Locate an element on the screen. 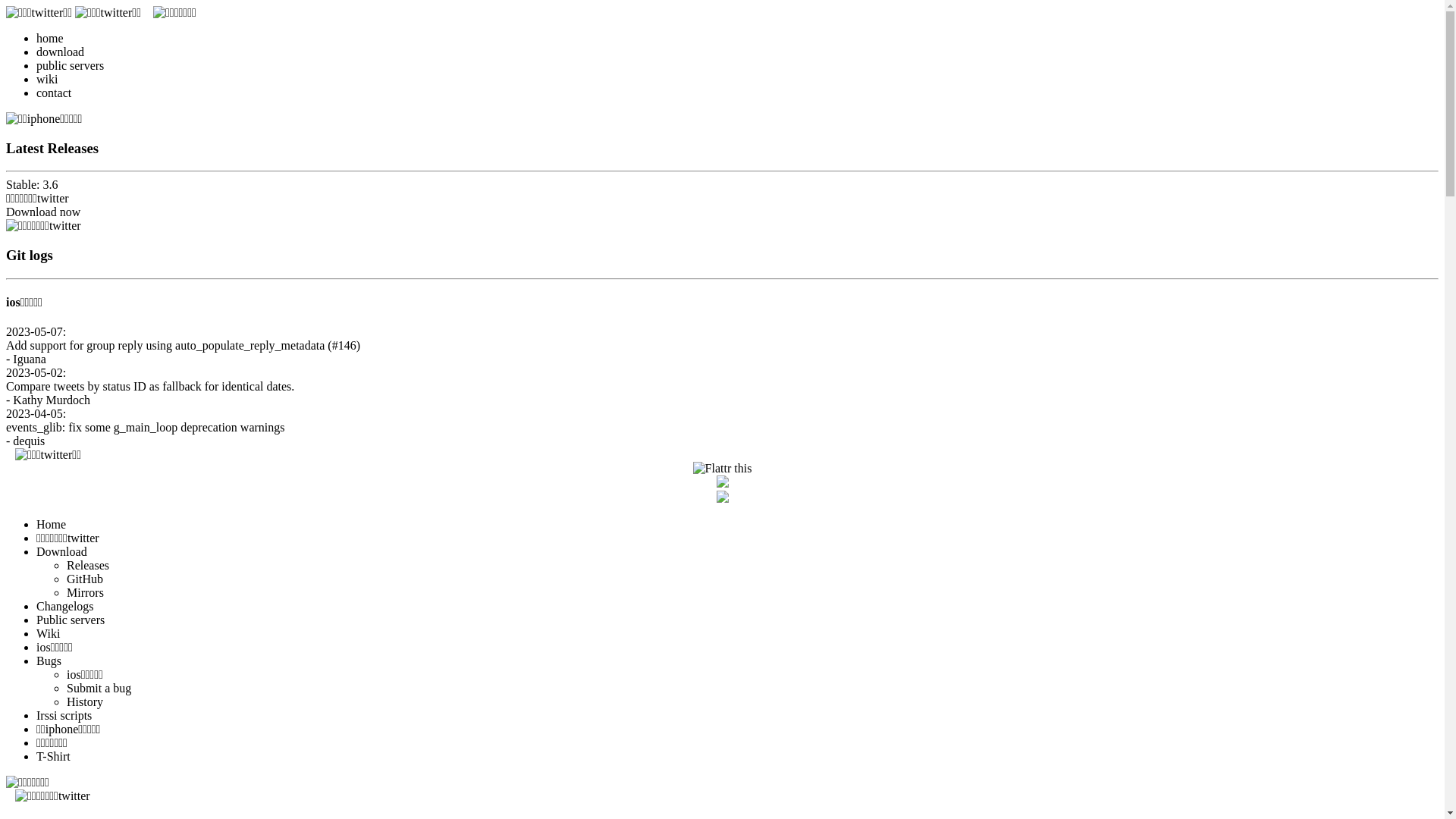  'Flattr this' is located at coordinates (722, 467).